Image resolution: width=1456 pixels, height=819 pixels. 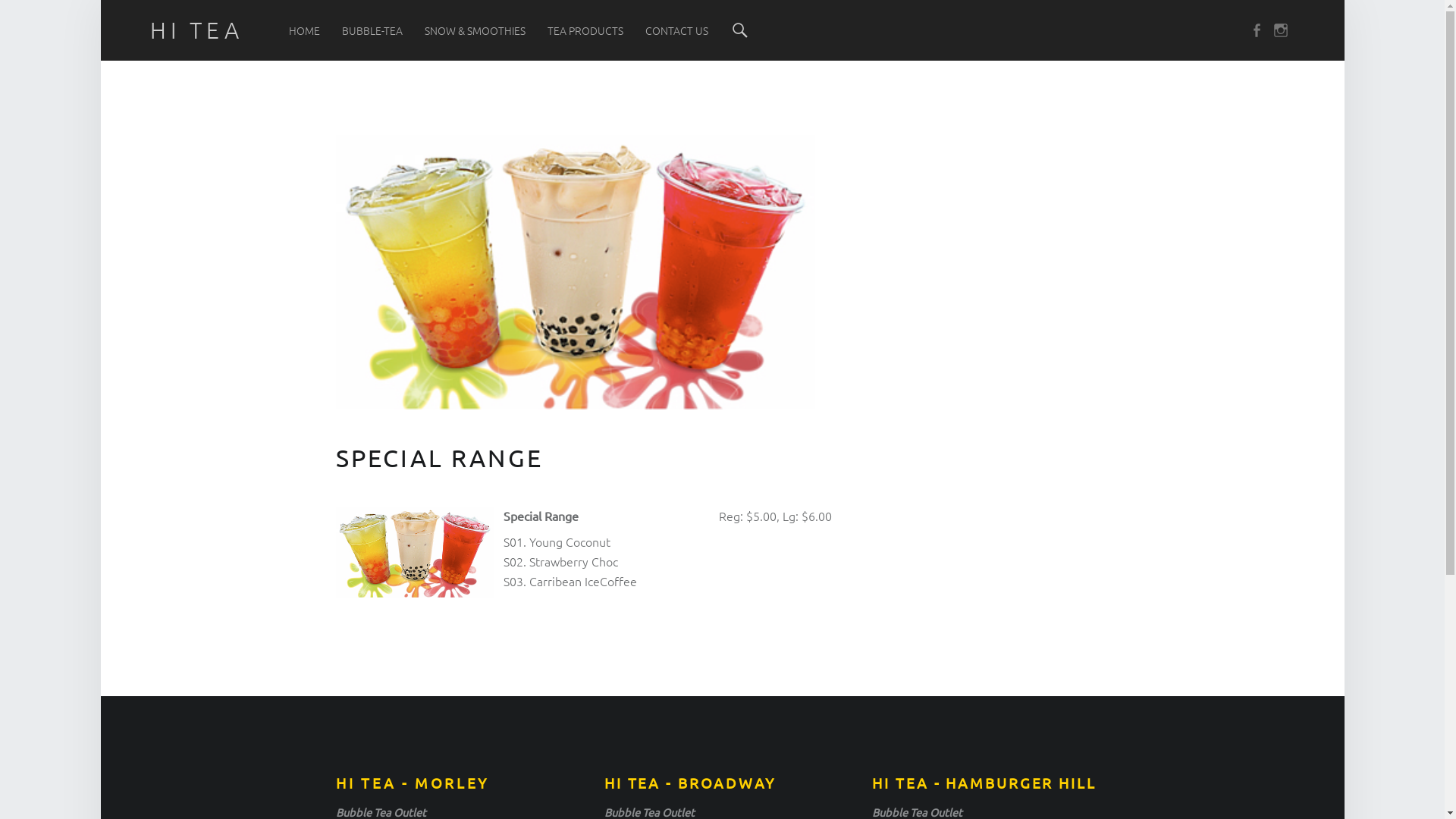 I want to click on 'HI TEA', so click(x=196, y=30).